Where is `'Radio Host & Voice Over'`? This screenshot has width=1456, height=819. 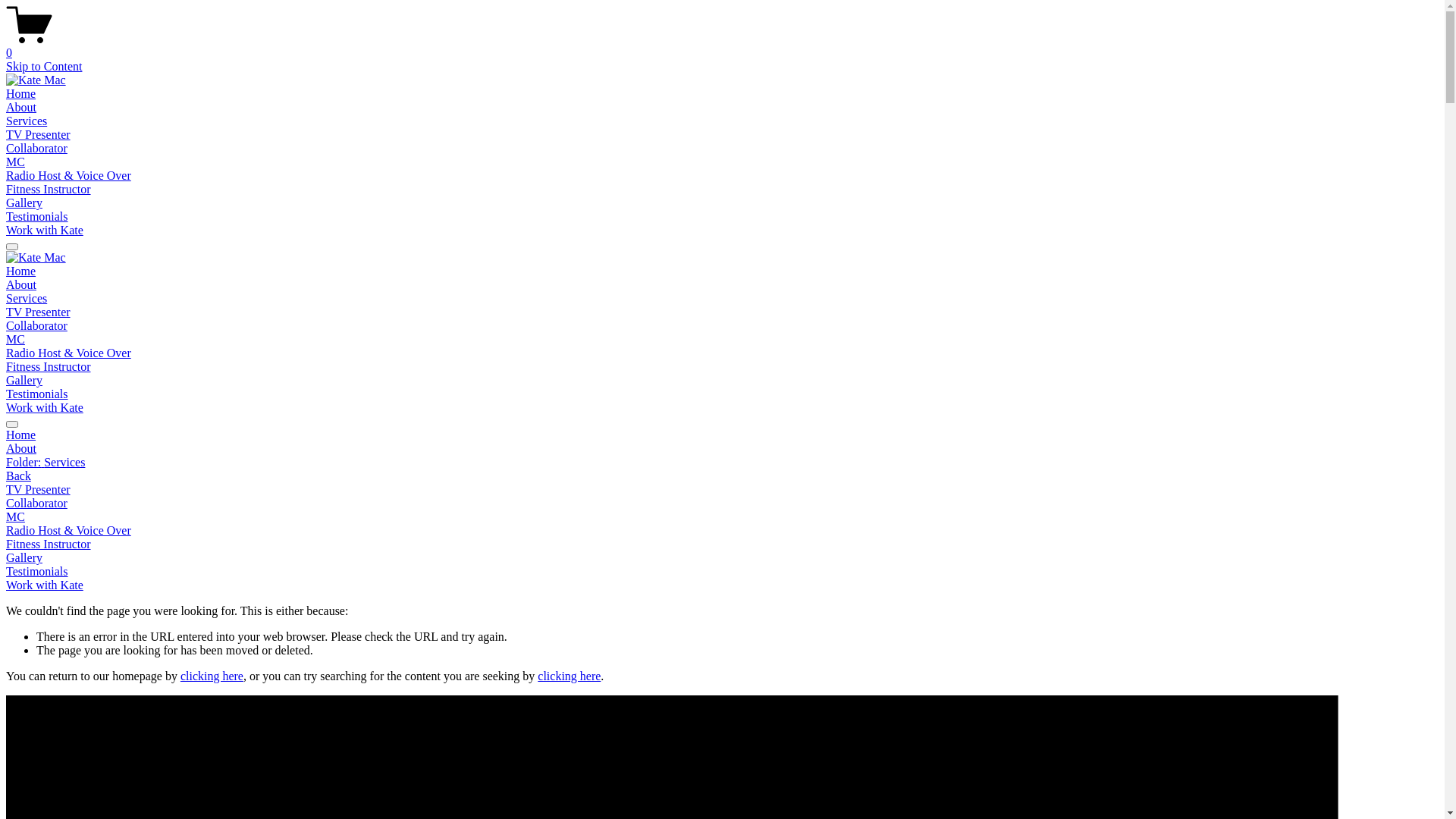
'Radio Host & Voice Over' is located at coordinates (67, 353).